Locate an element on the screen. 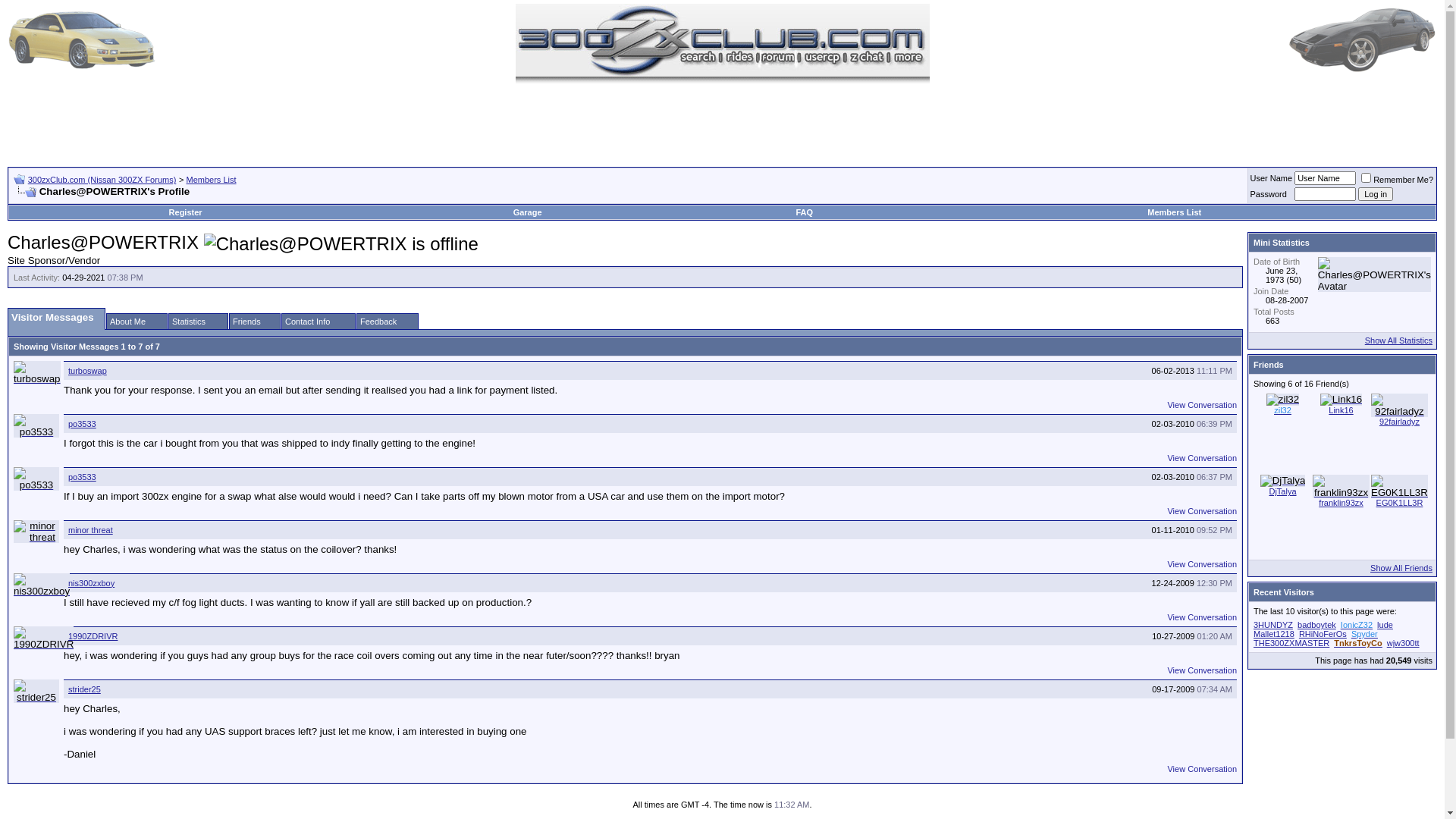 The image size is (1456, 819). 'Go Back' is located at coordinates (19, 178).